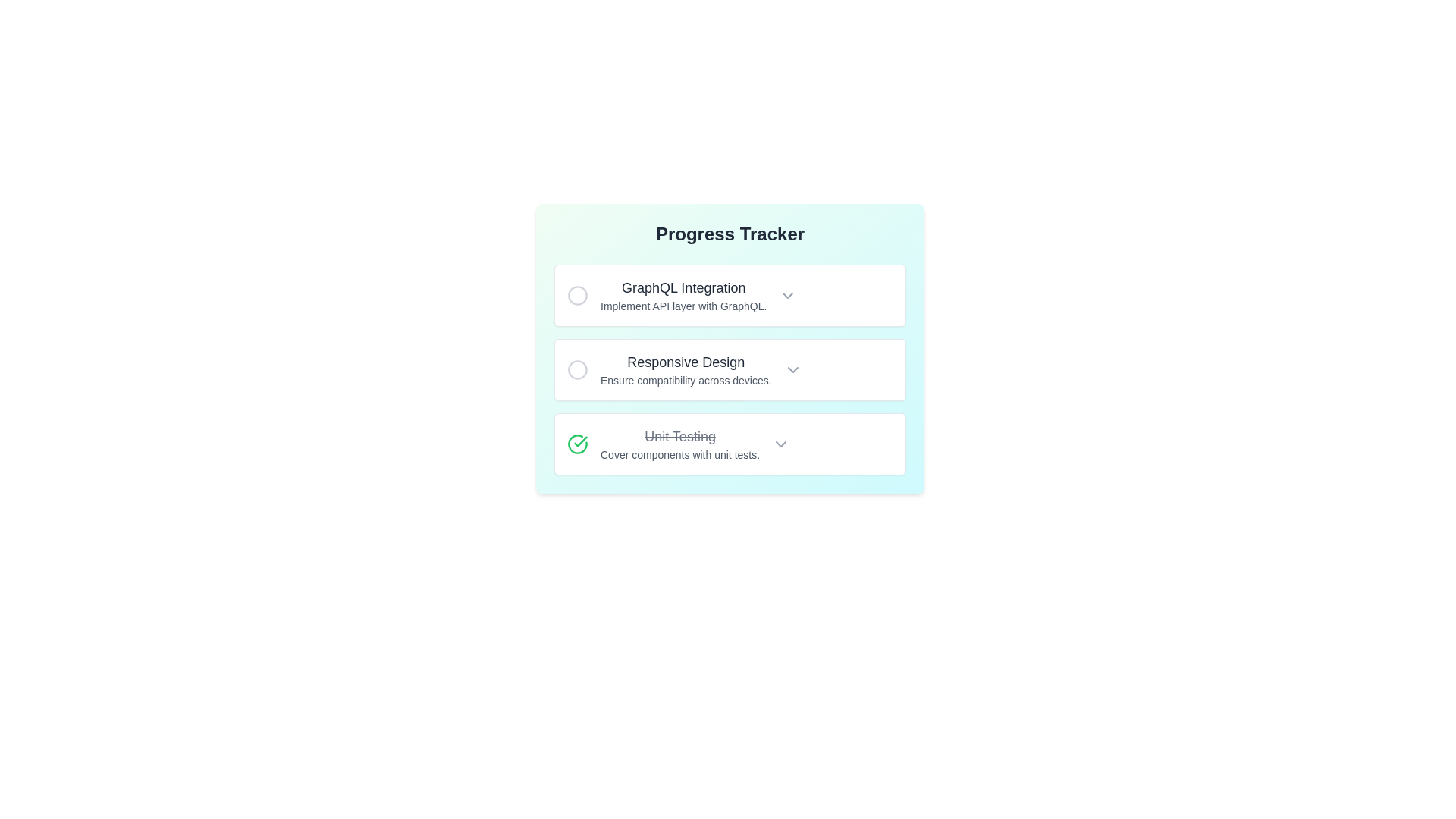  I want to click on the 'GraphQL Integration' text label element, which is the first item in a vertical list under the 'Progress Tracker' title, so click(682, 295).